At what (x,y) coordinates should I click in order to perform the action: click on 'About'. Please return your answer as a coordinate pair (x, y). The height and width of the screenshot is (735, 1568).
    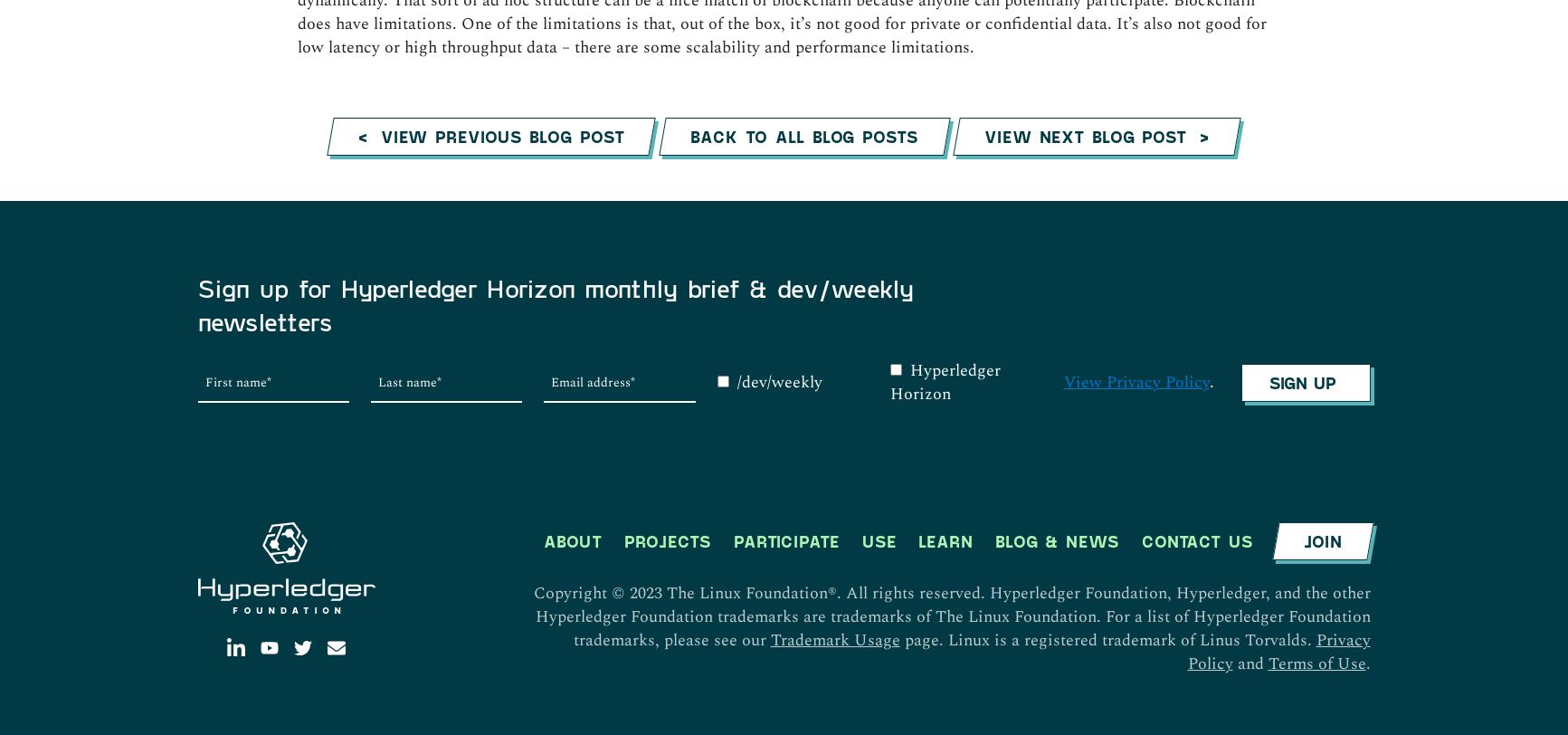
    Looking at the image, I should click on (544, 163).